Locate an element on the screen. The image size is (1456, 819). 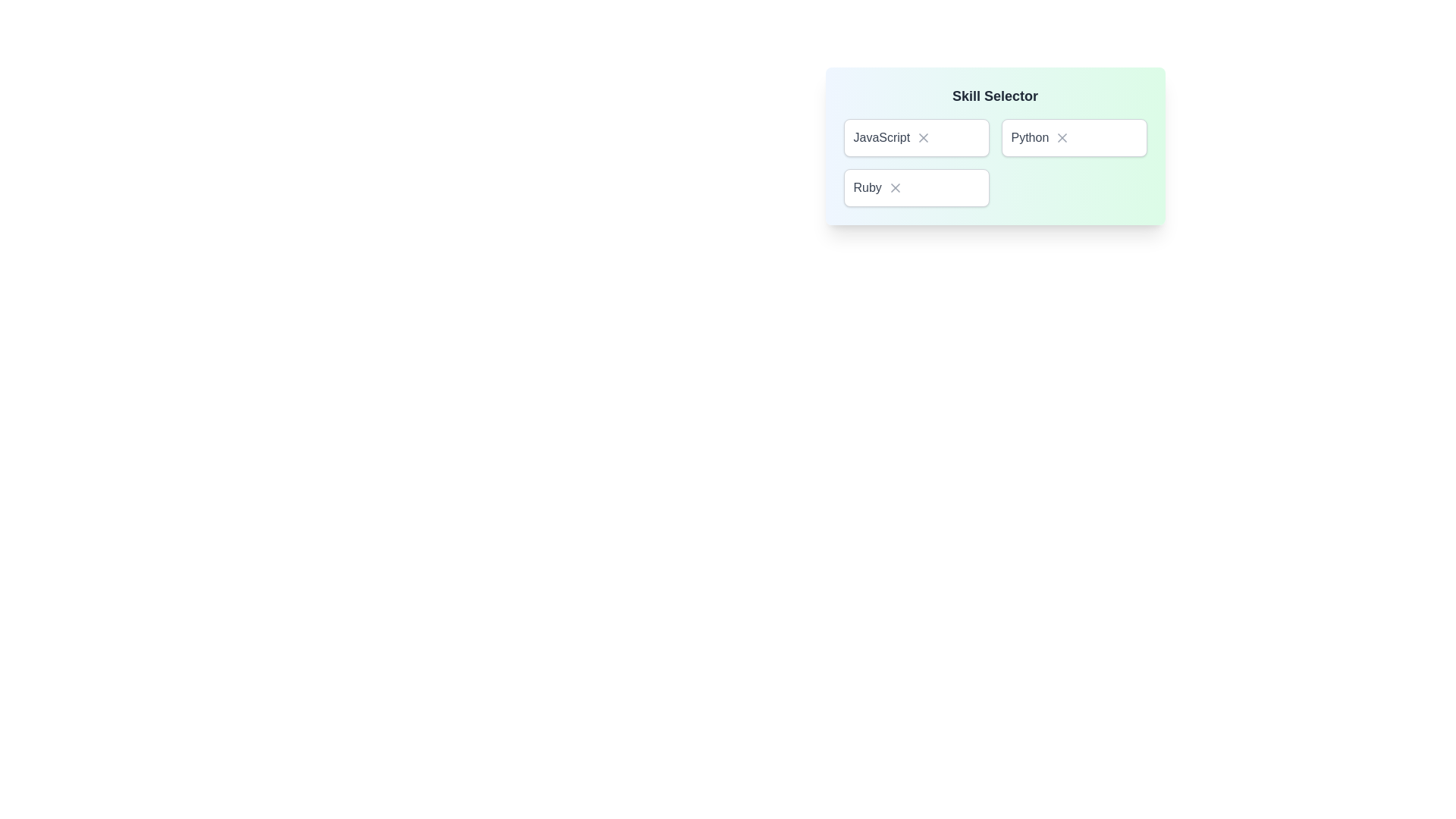
the chip labeled JavaScript is located at coordinates (915, 137).